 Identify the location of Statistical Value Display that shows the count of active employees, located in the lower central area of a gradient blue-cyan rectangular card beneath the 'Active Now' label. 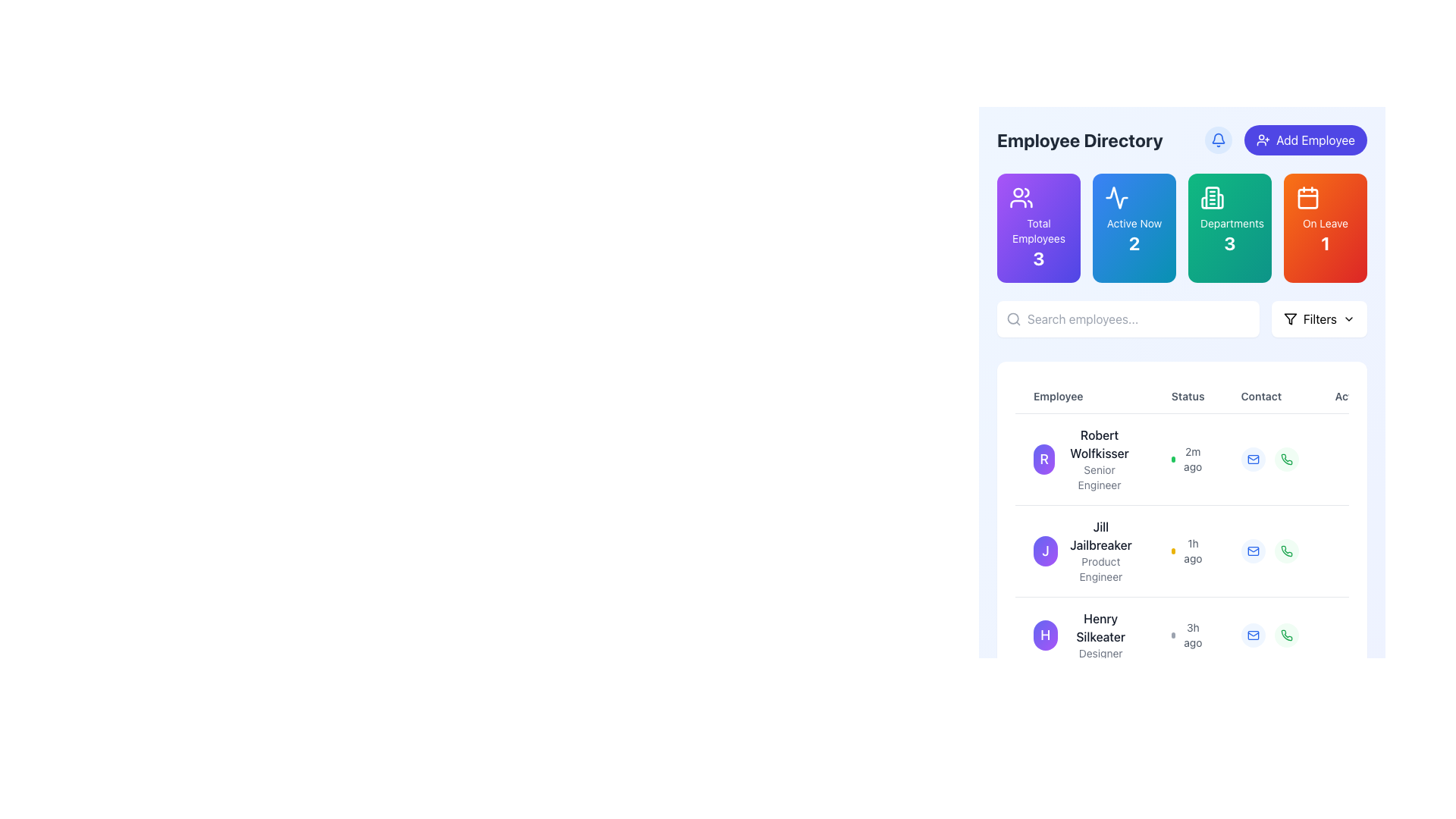
(1134, 242).